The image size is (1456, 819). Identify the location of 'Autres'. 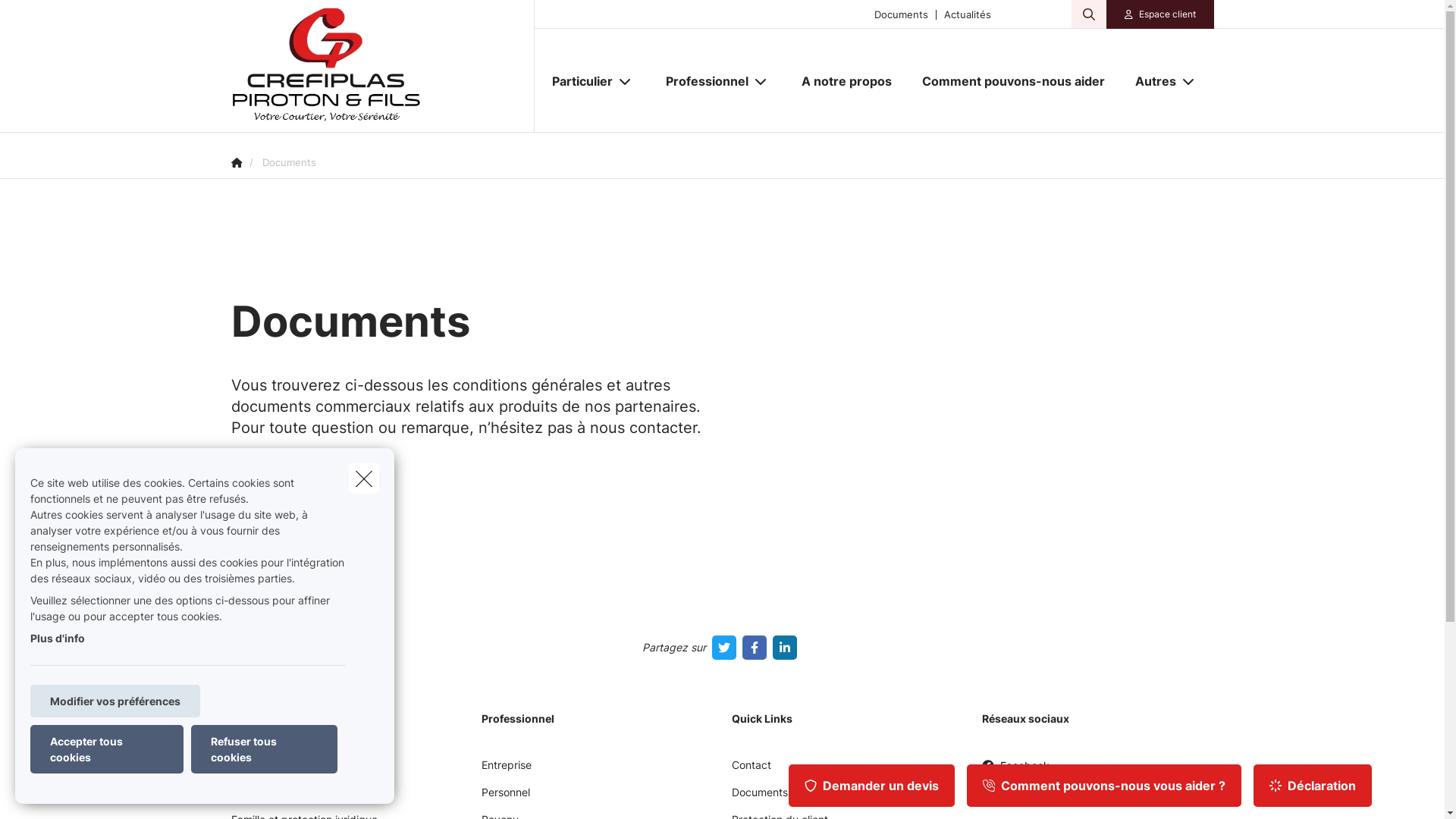
(1149, 81).